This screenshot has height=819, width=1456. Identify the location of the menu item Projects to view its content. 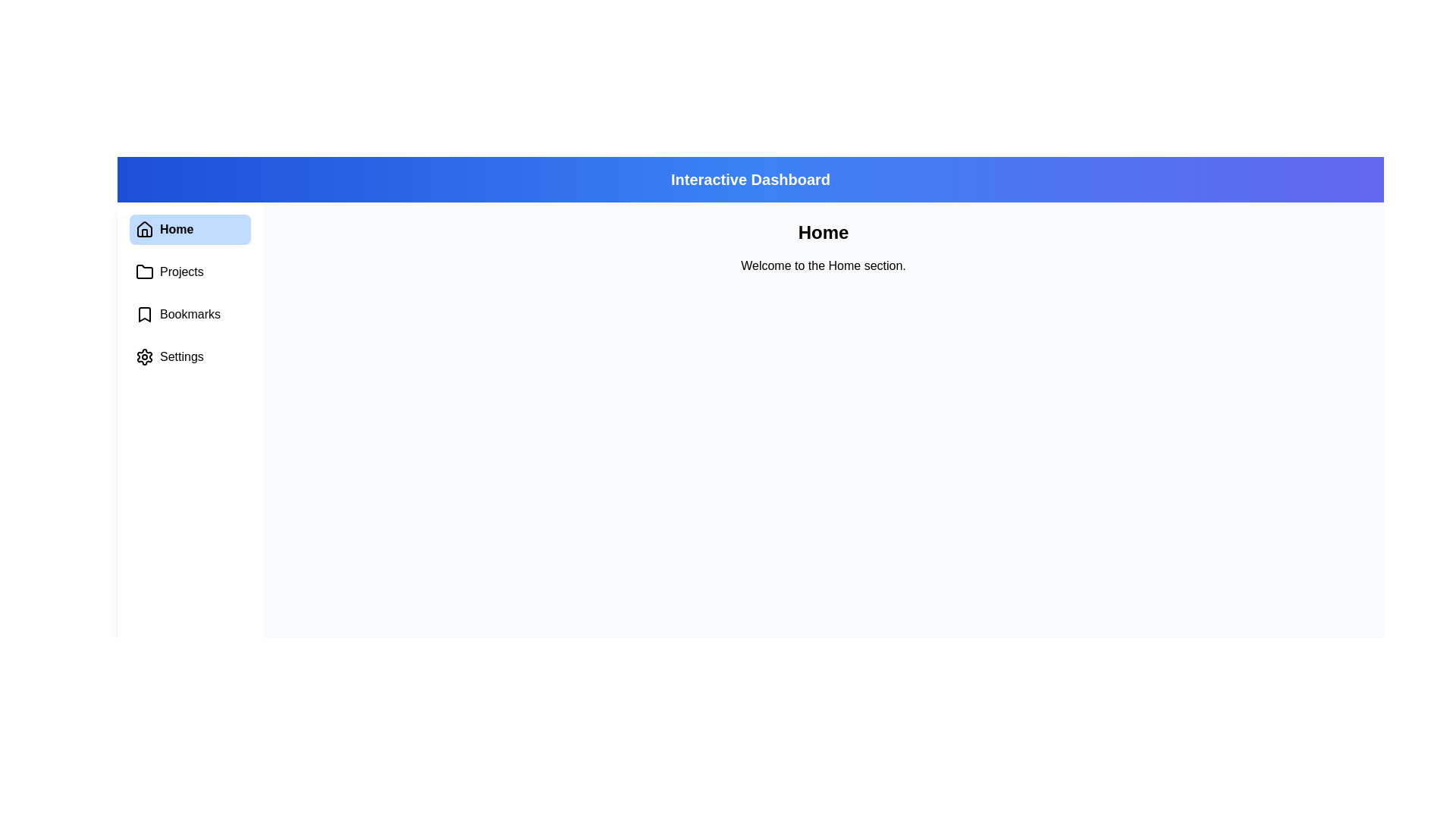
(189, 271).